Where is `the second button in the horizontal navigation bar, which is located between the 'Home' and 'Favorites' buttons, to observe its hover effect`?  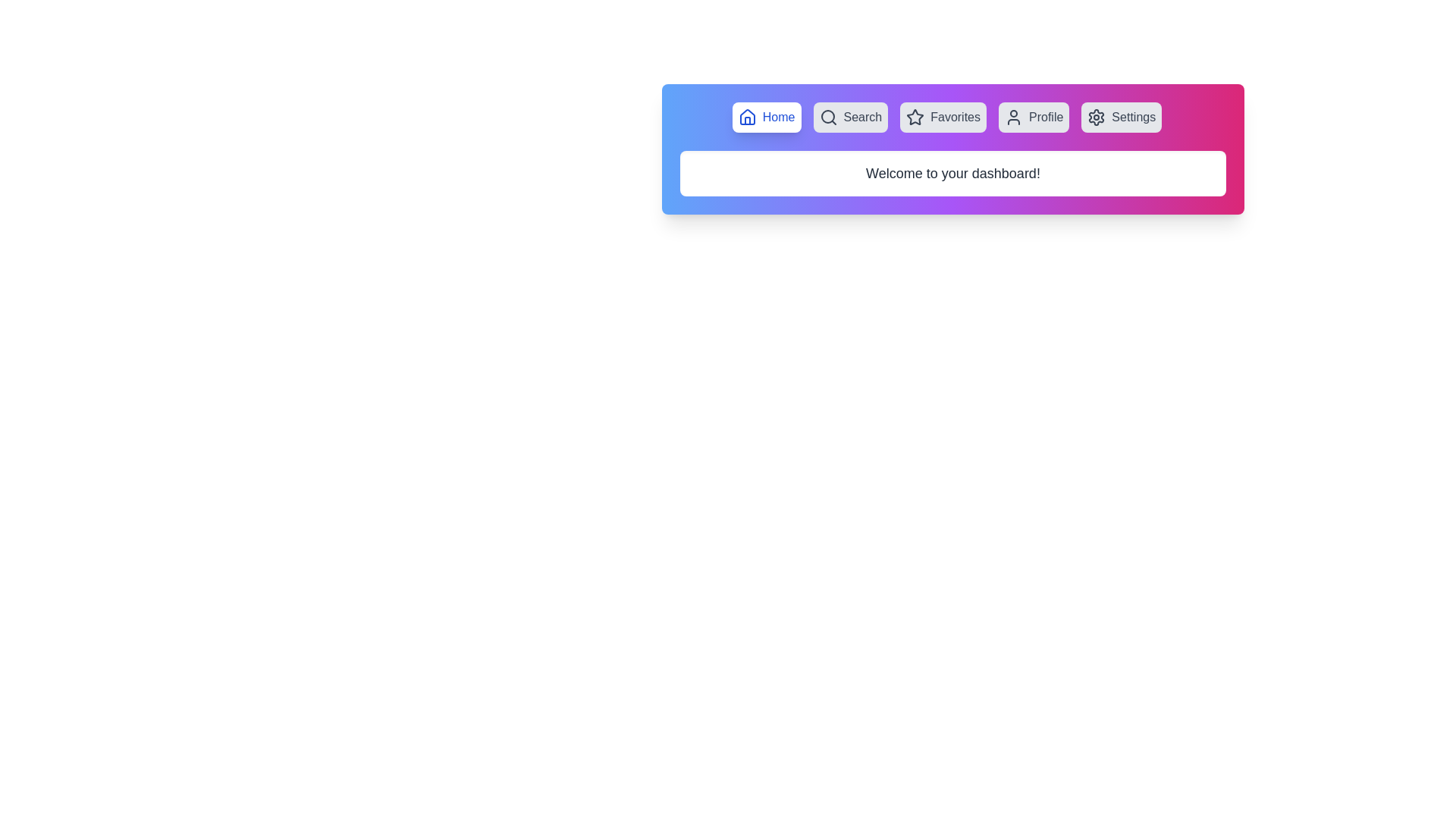 the second button in the horizontal navigation bar, which is located between the 'Home' and 'Favorites' buttons, to observe its hover effect is located at coordinates (850, 116).